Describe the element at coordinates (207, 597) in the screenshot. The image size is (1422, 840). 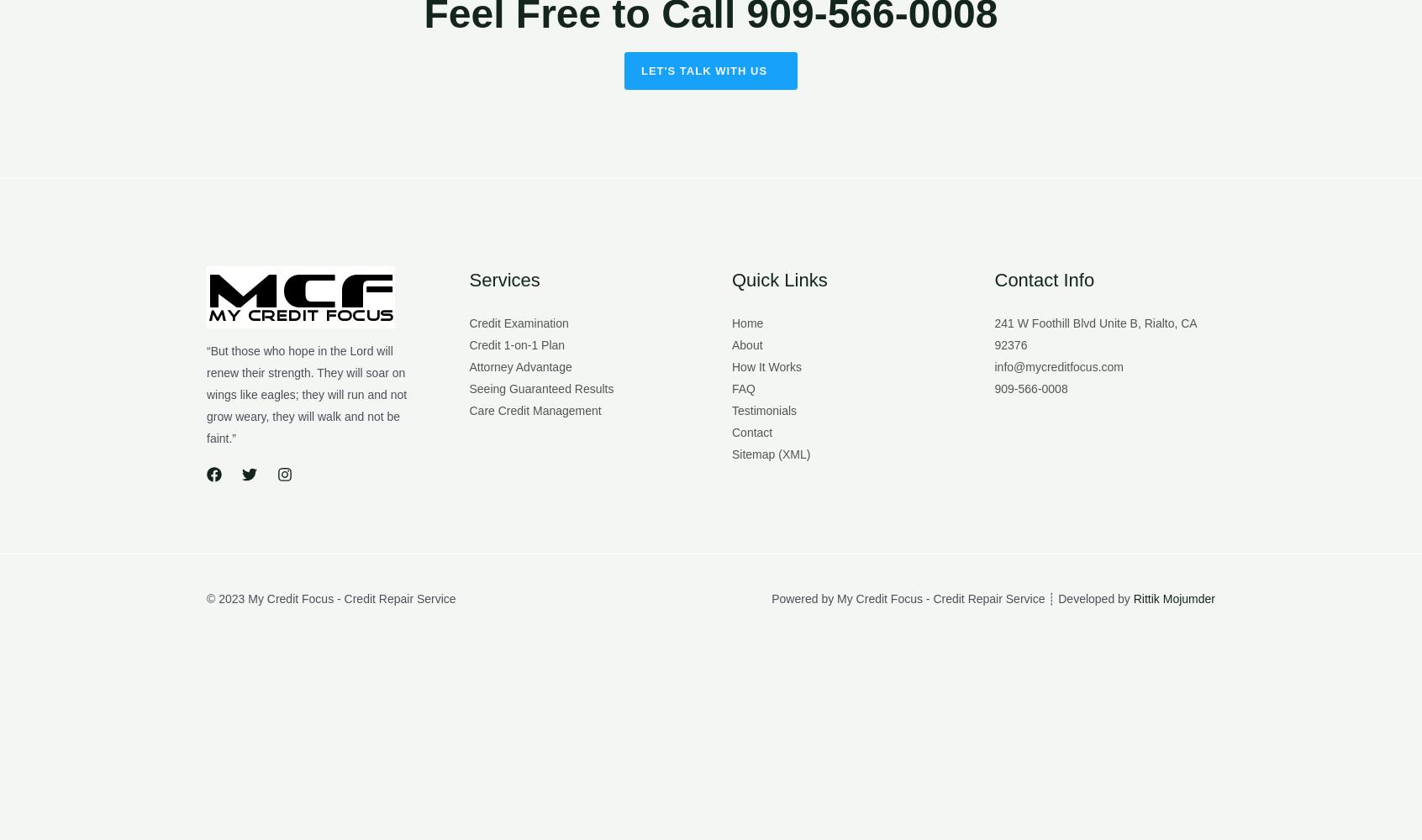
I see `'© 2023 My Credit Focus - Credit Repair Service'` at that location.